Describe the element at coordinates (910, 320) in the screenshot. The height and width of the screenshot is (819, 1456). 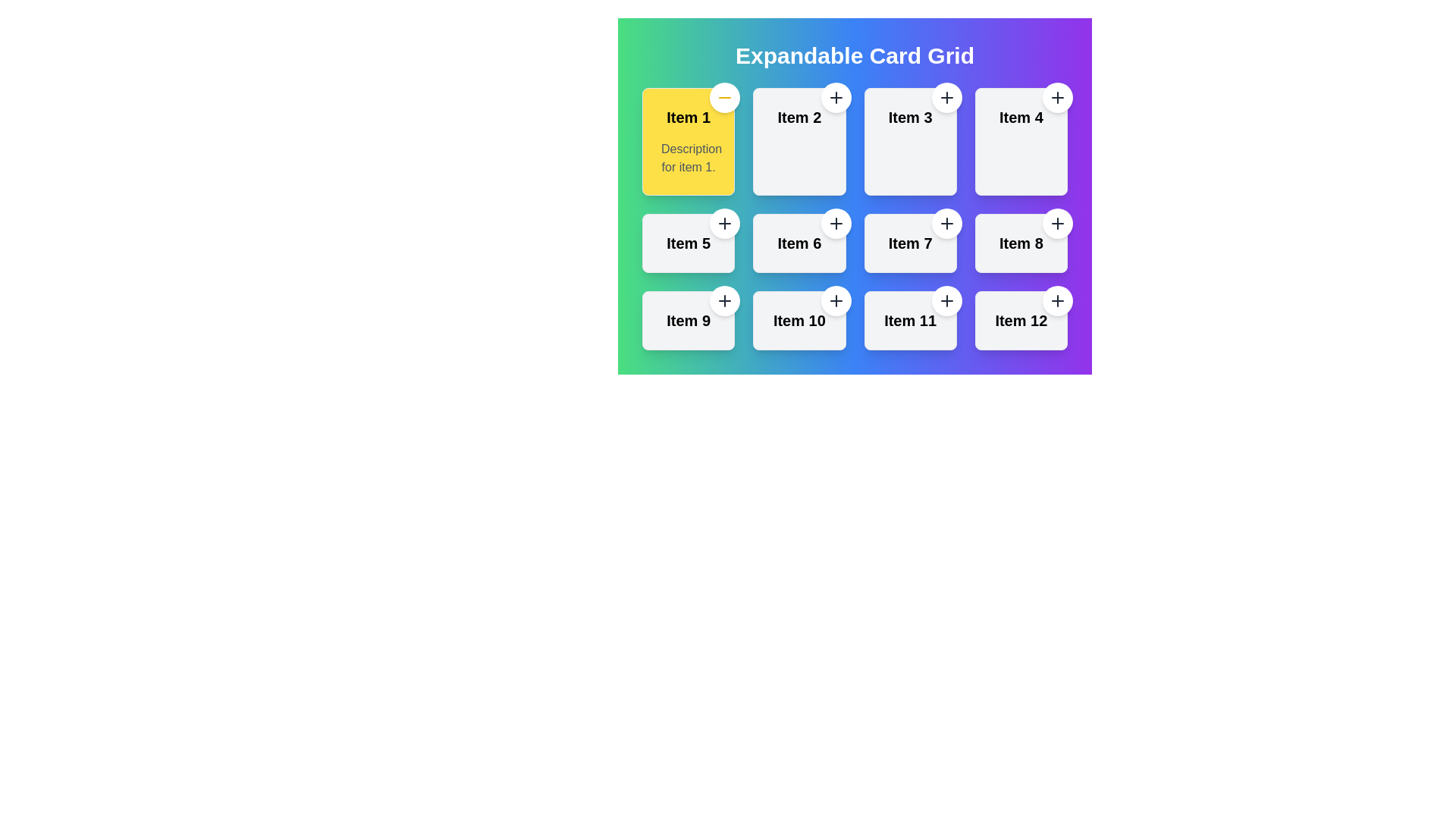
I see `the card component representing 'Item 11'` at that location.